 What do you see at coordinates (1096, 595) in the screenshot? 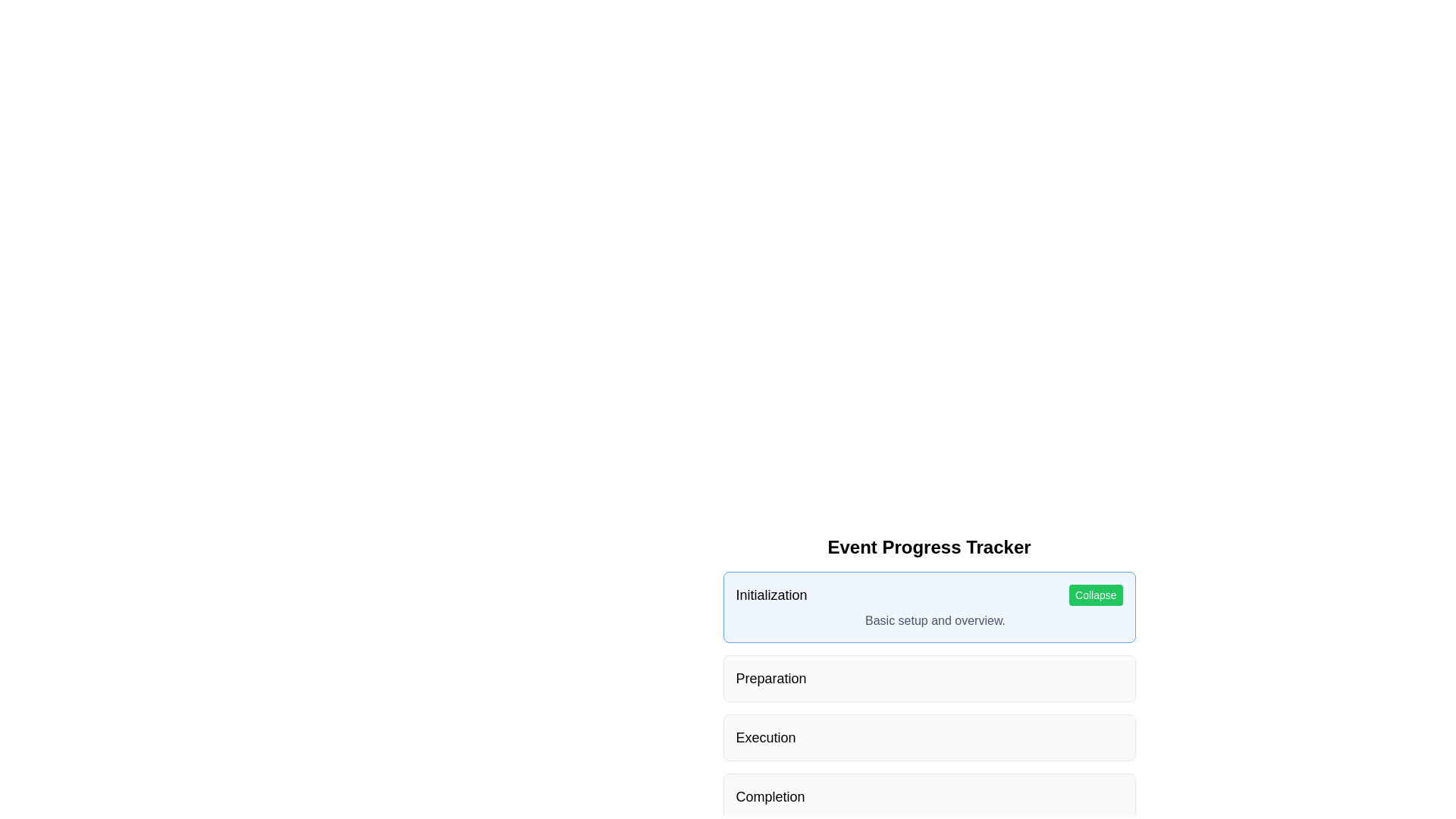
I see `the 'Collapse' button with a green background and white text located in the top-right corner of the 'Initialization' section` at bounding box center [1096, 595].